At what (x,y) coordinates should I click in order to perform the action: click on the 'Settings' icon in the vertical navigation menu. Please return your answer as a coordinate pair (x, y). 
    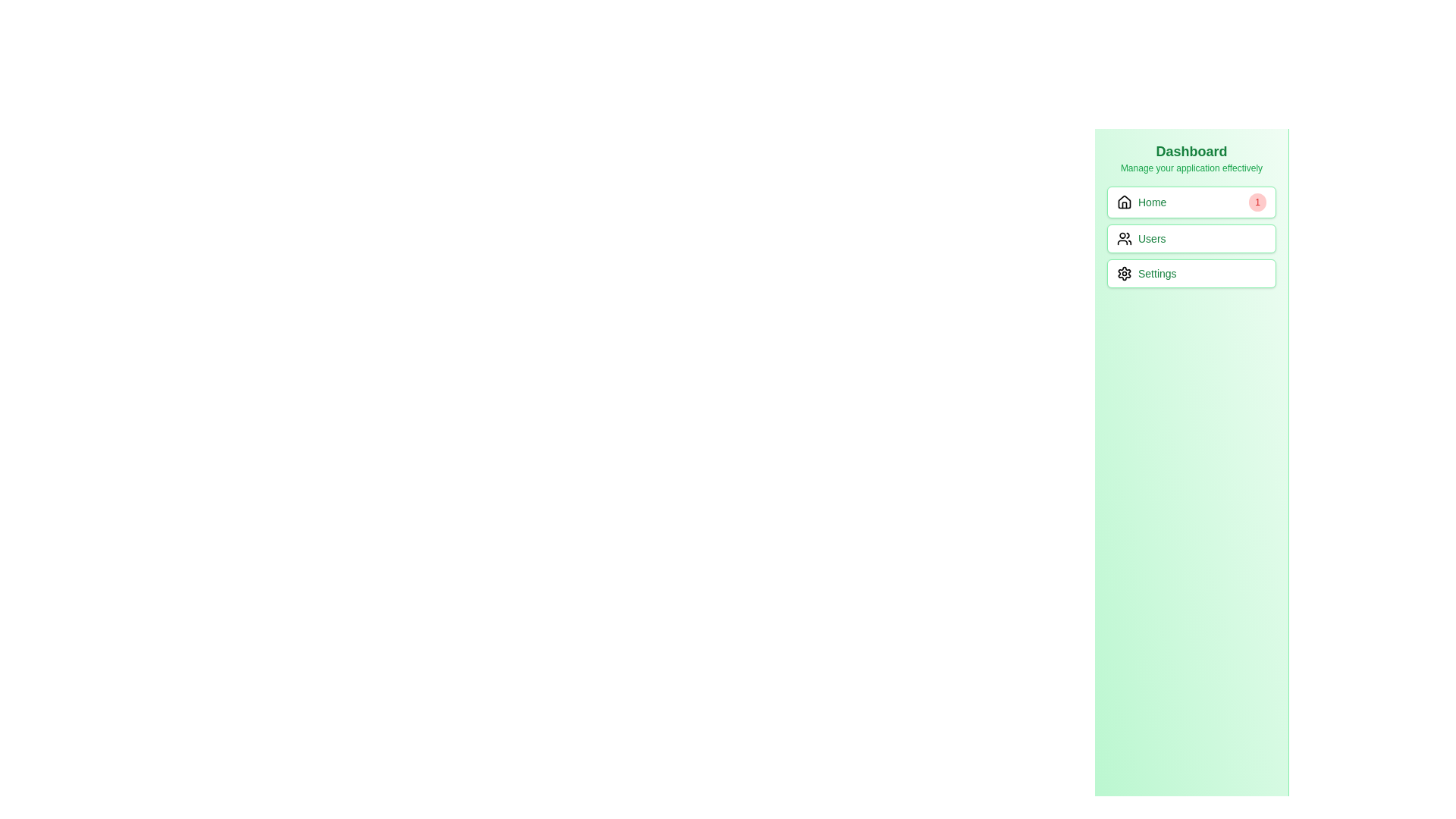
    Looking at the image, I should click on (1125, 274).